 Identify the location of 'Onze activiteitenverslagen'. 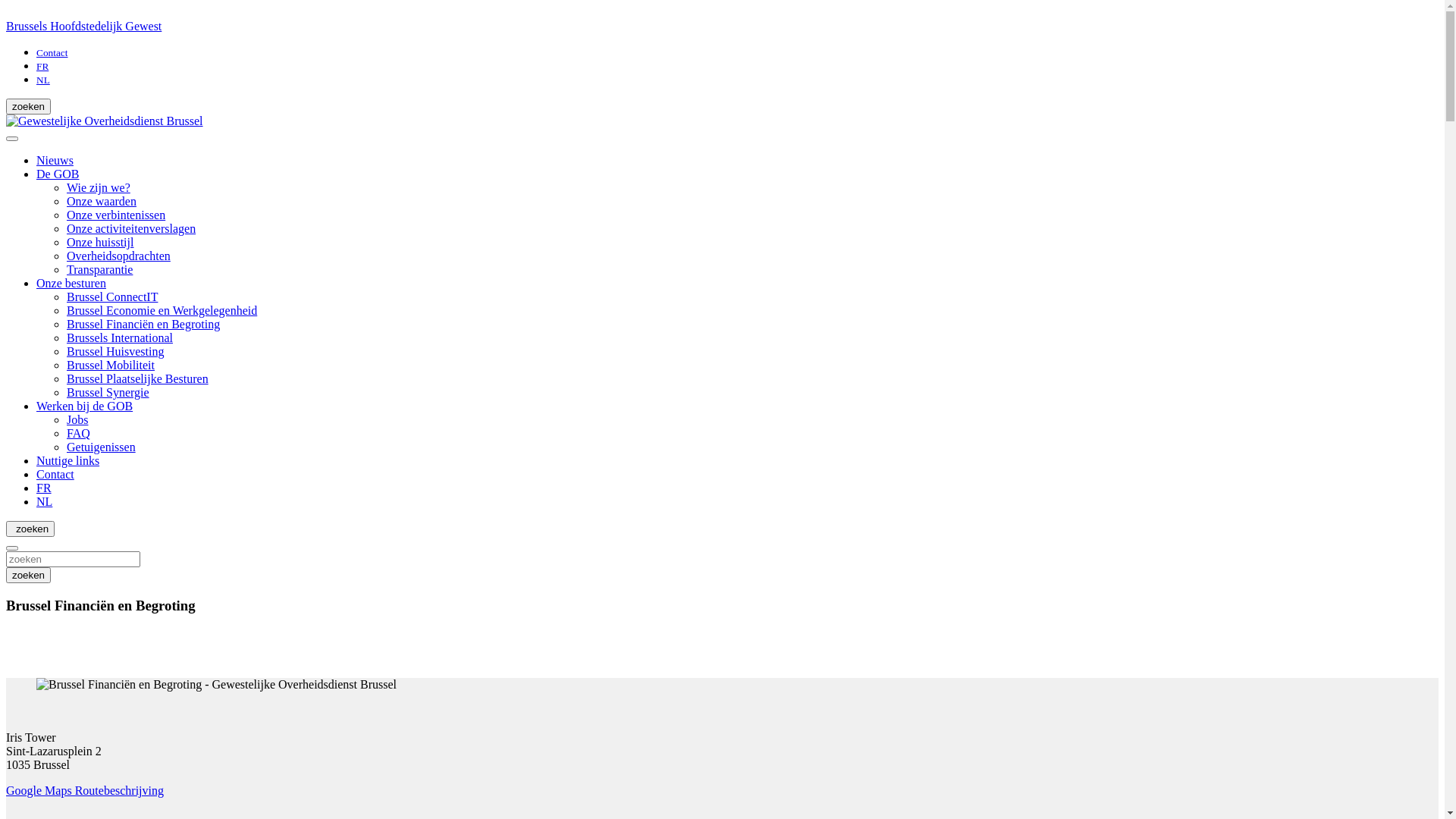
(130, 228).